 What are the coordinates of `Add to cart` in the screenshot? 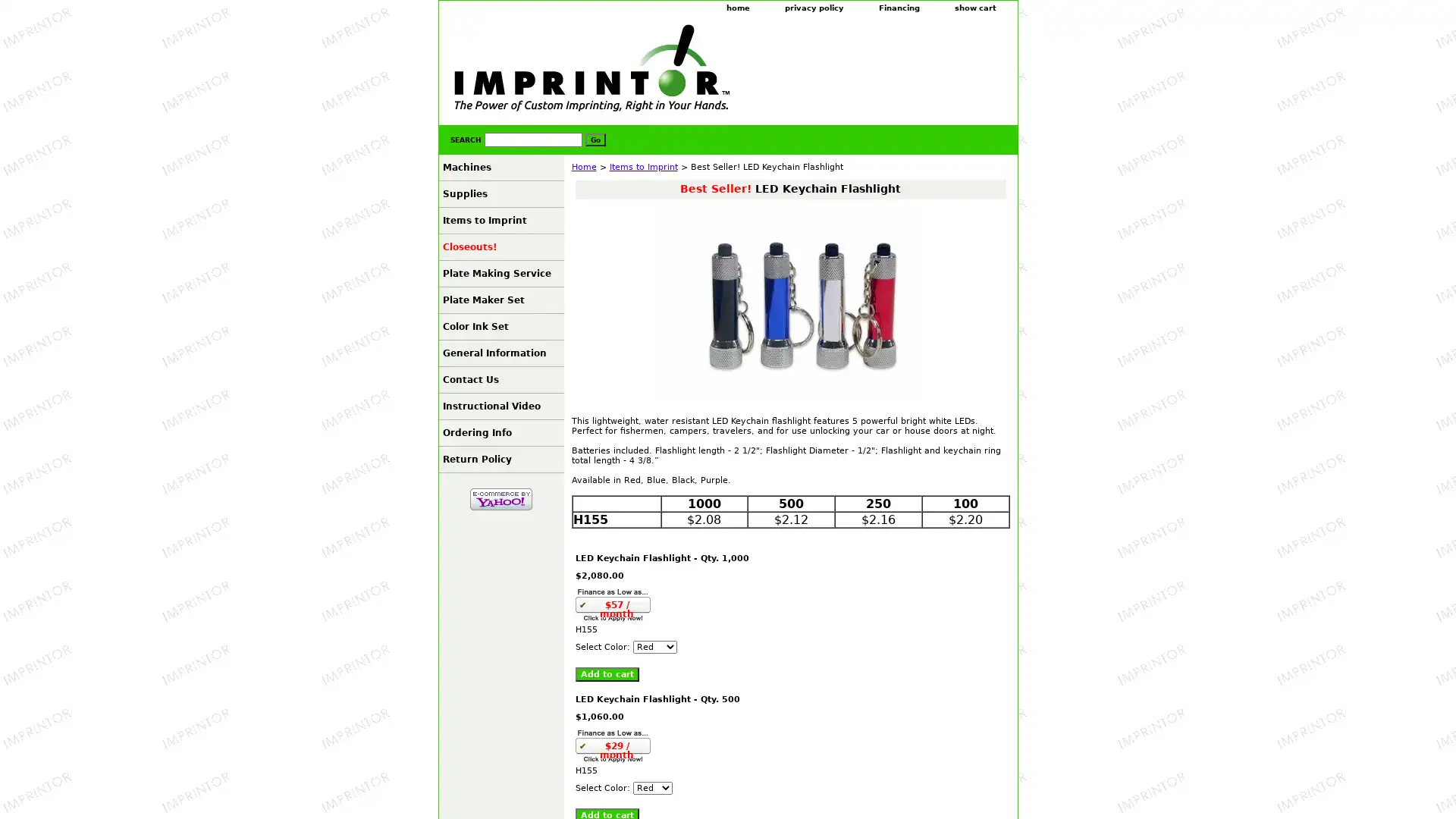 It's located at (607, 673).